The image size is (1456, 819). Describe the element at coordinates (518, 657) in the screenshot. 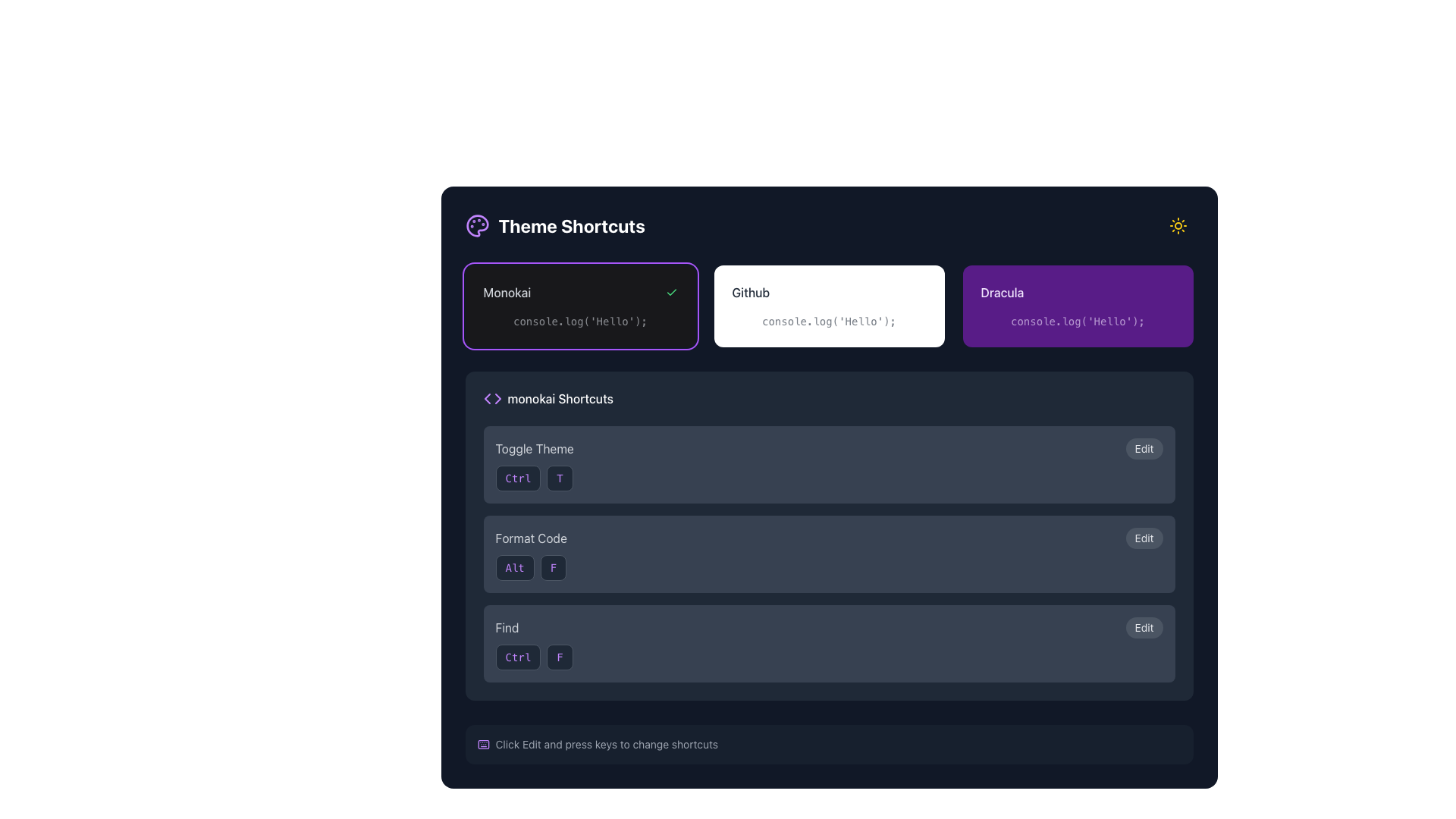

I see `displayed text 'Ctrl' from the button representing the 'Ctrl' key in the 'Find' shortcut section of the application` at that location.